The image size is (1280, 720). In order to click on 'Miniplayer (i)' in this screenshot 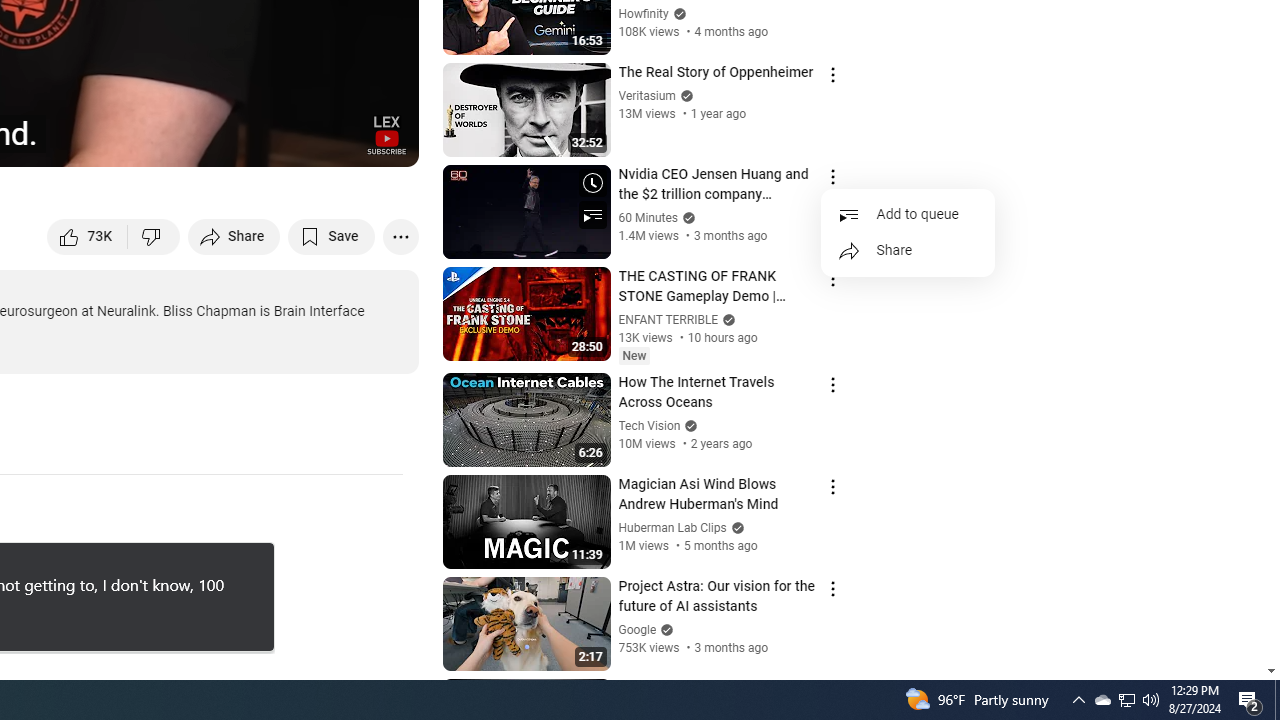, I will do `click(285, 141)`.